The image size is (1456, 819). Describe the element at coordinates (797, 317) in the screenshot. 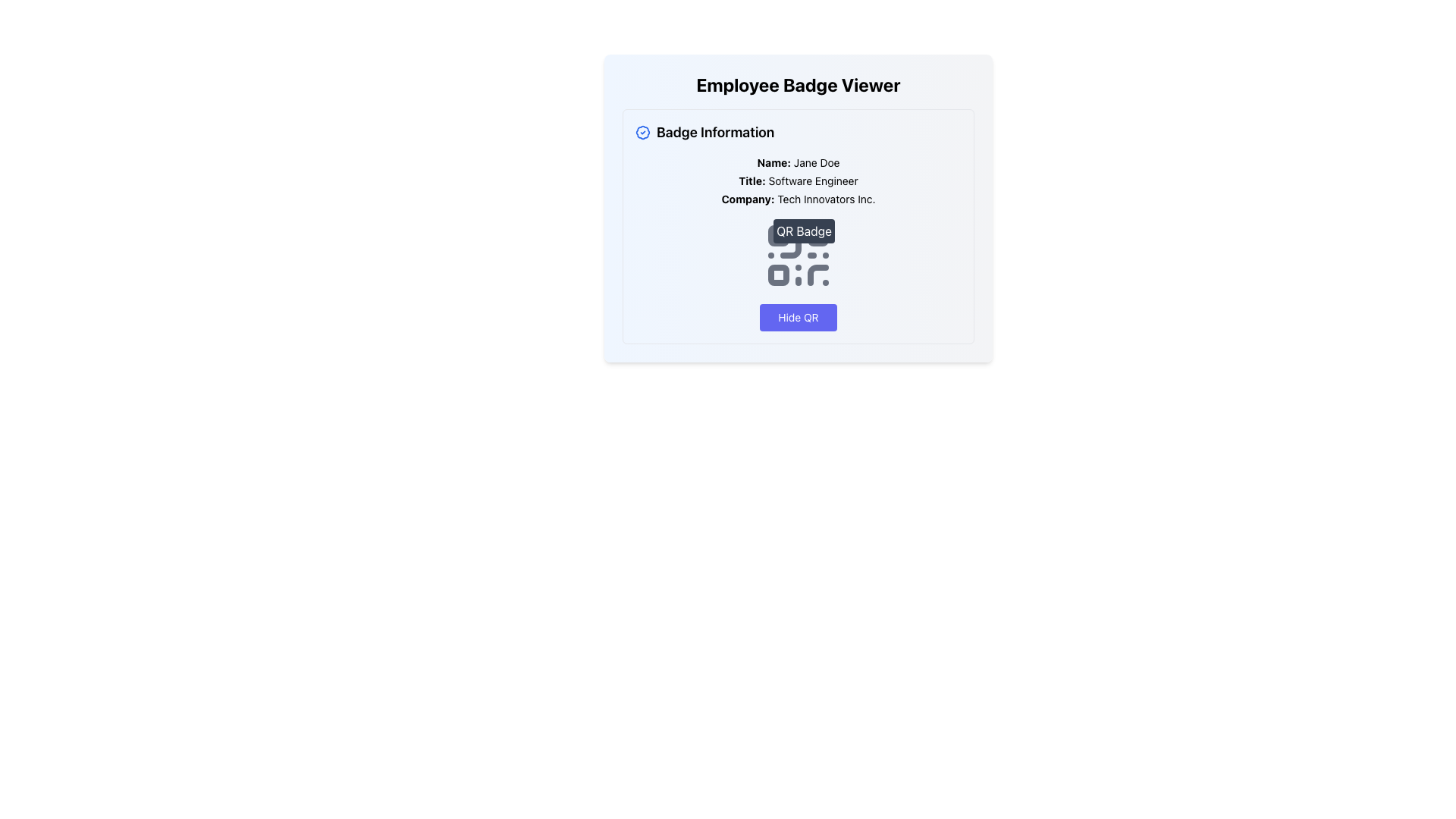

I see `the 'Hide QR' button which has rounded corners, a blue background, and white text` at that location.